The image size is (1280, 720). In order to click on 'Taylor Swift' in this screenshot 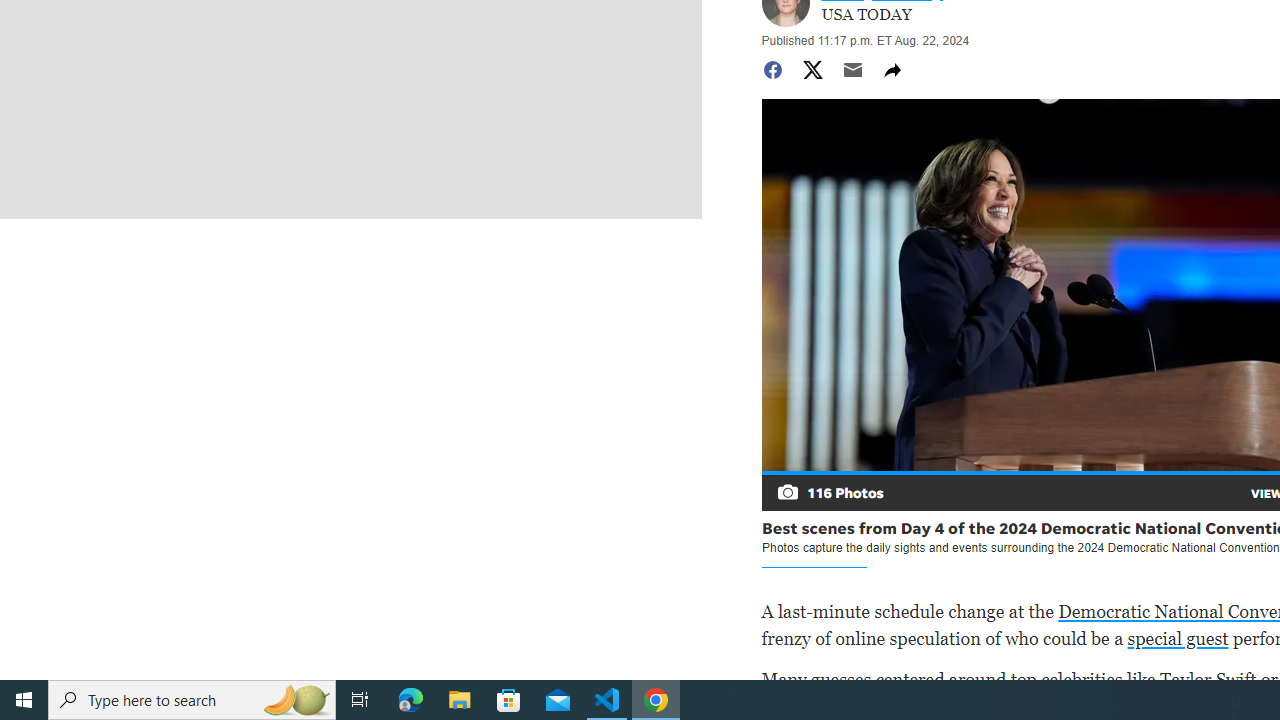, I will do `click(1207, 678)`.